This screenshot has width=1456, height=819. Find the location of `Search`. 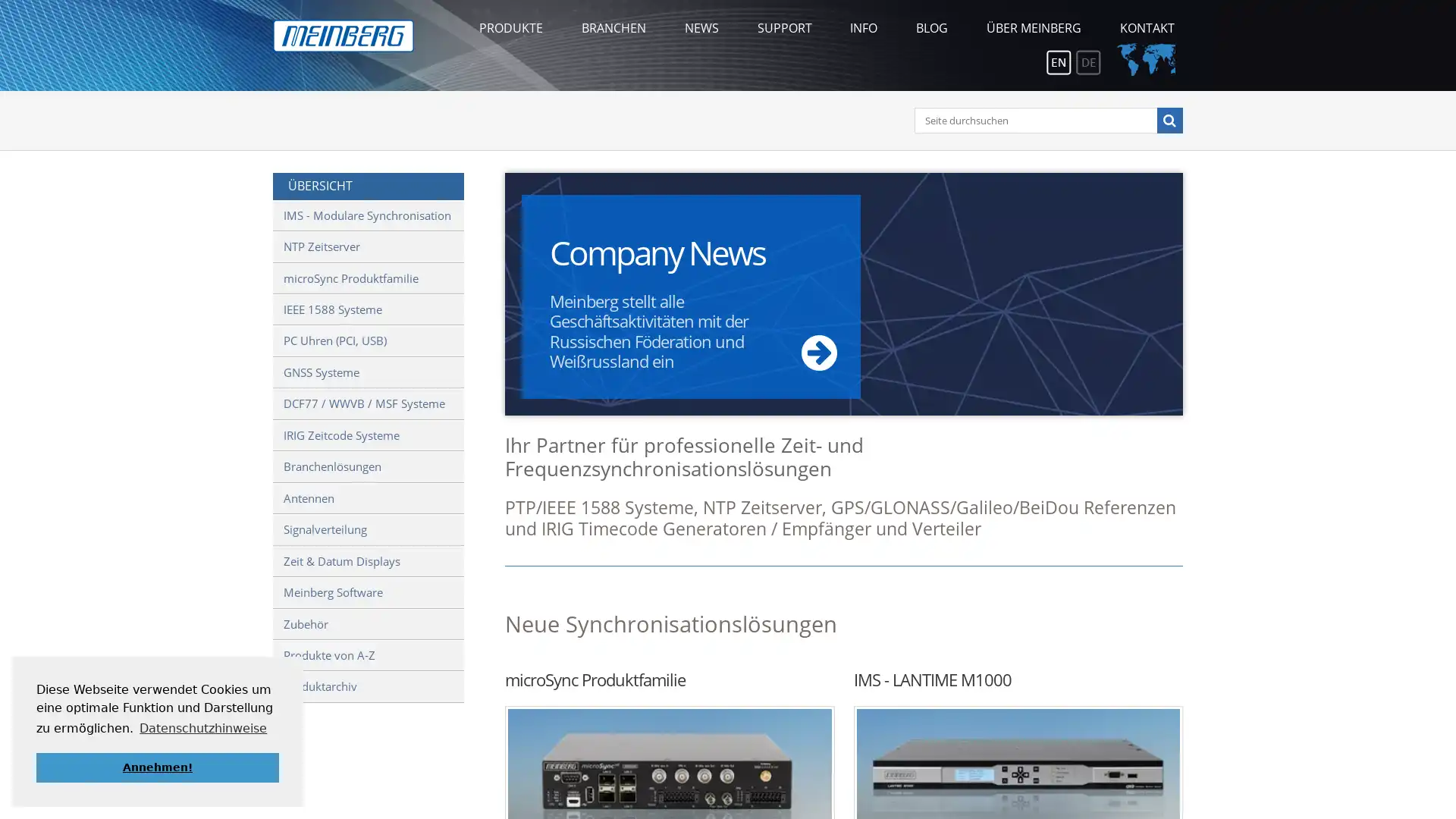

Search is located at coordinates (1168, 119).